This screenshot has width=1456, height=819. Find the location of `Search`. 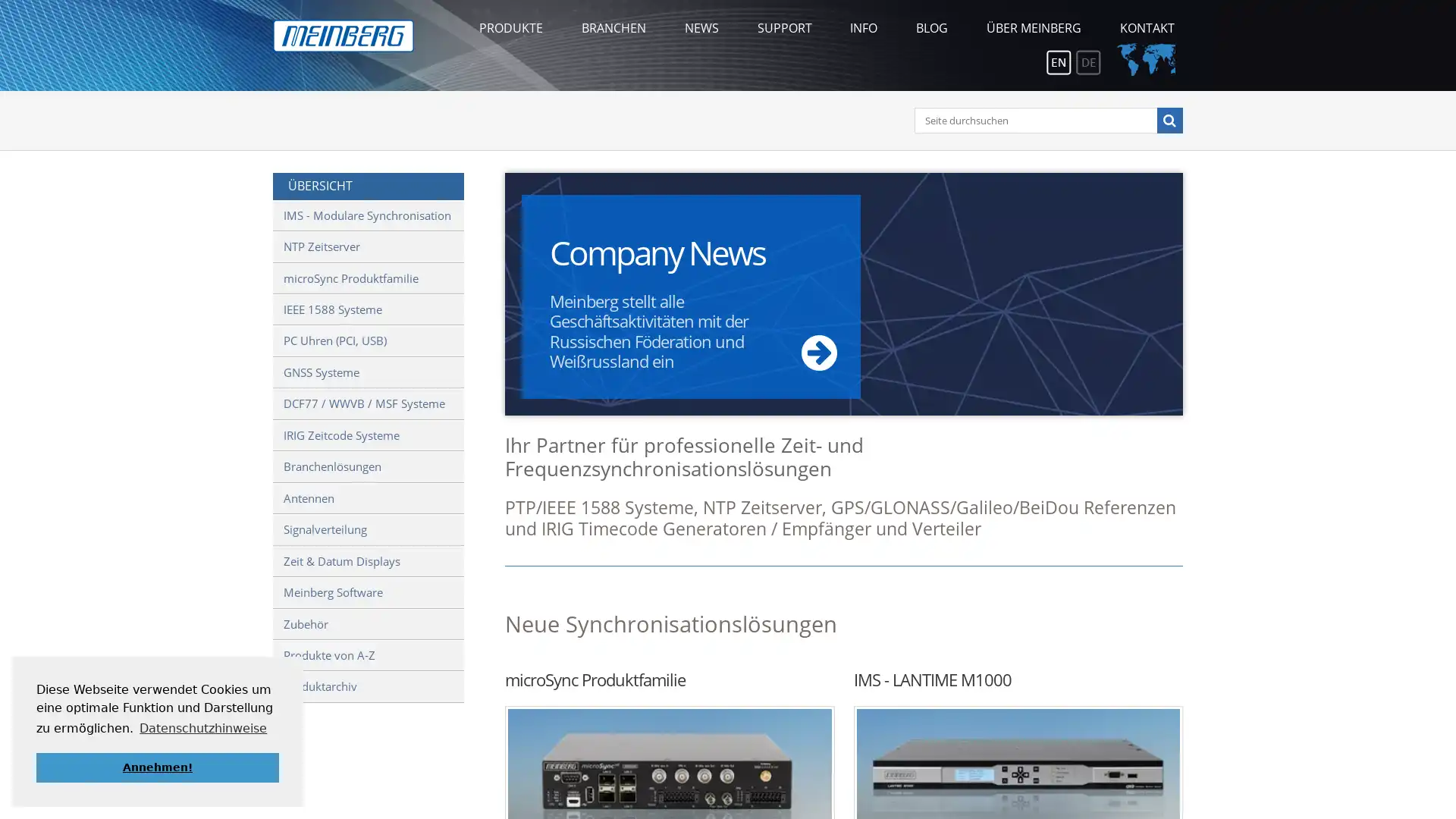

Search is located at coordinates (1168, 119).